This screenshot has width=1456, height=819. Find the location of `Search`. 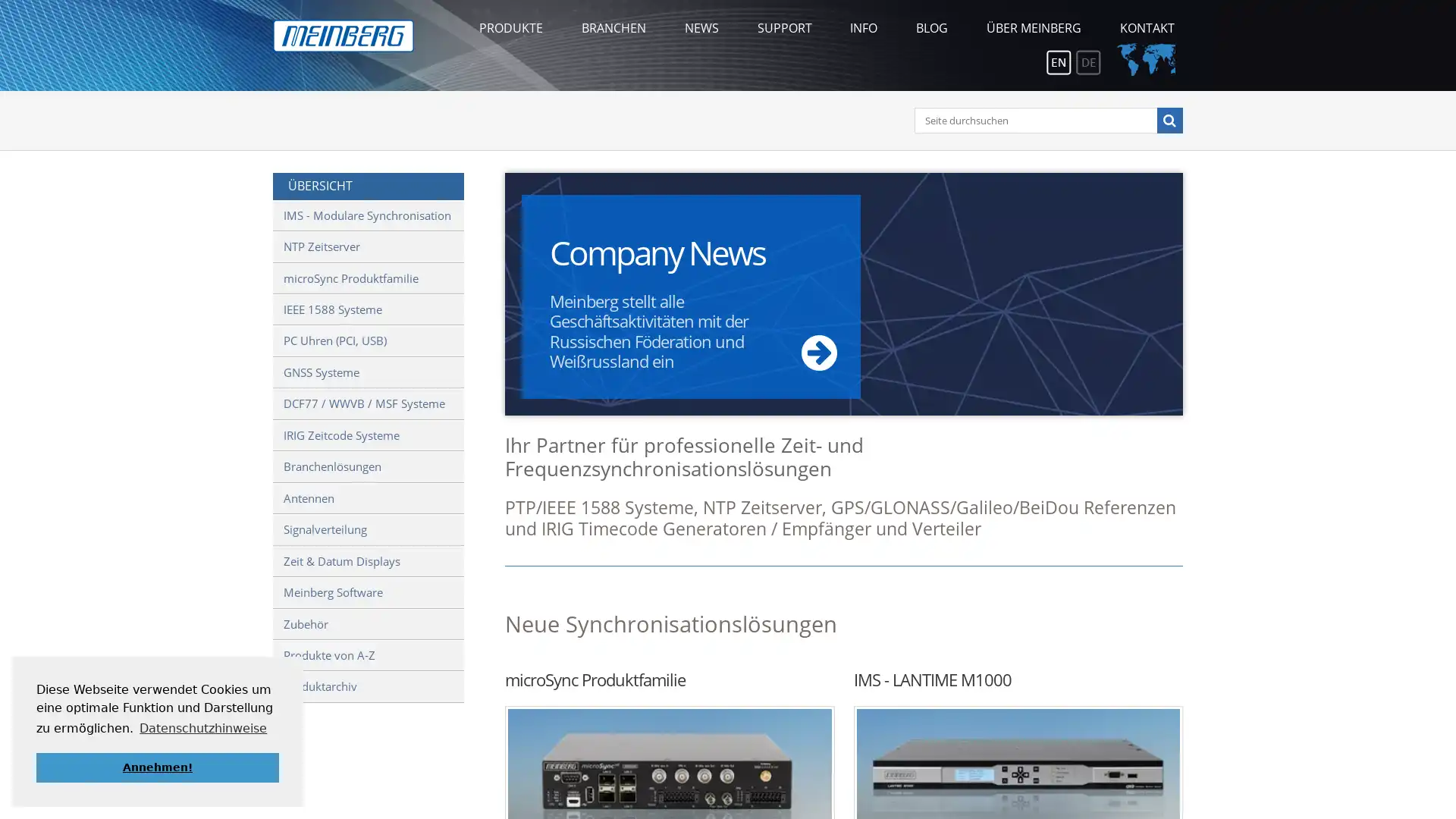

Search is located at coordinates (1168, 119).